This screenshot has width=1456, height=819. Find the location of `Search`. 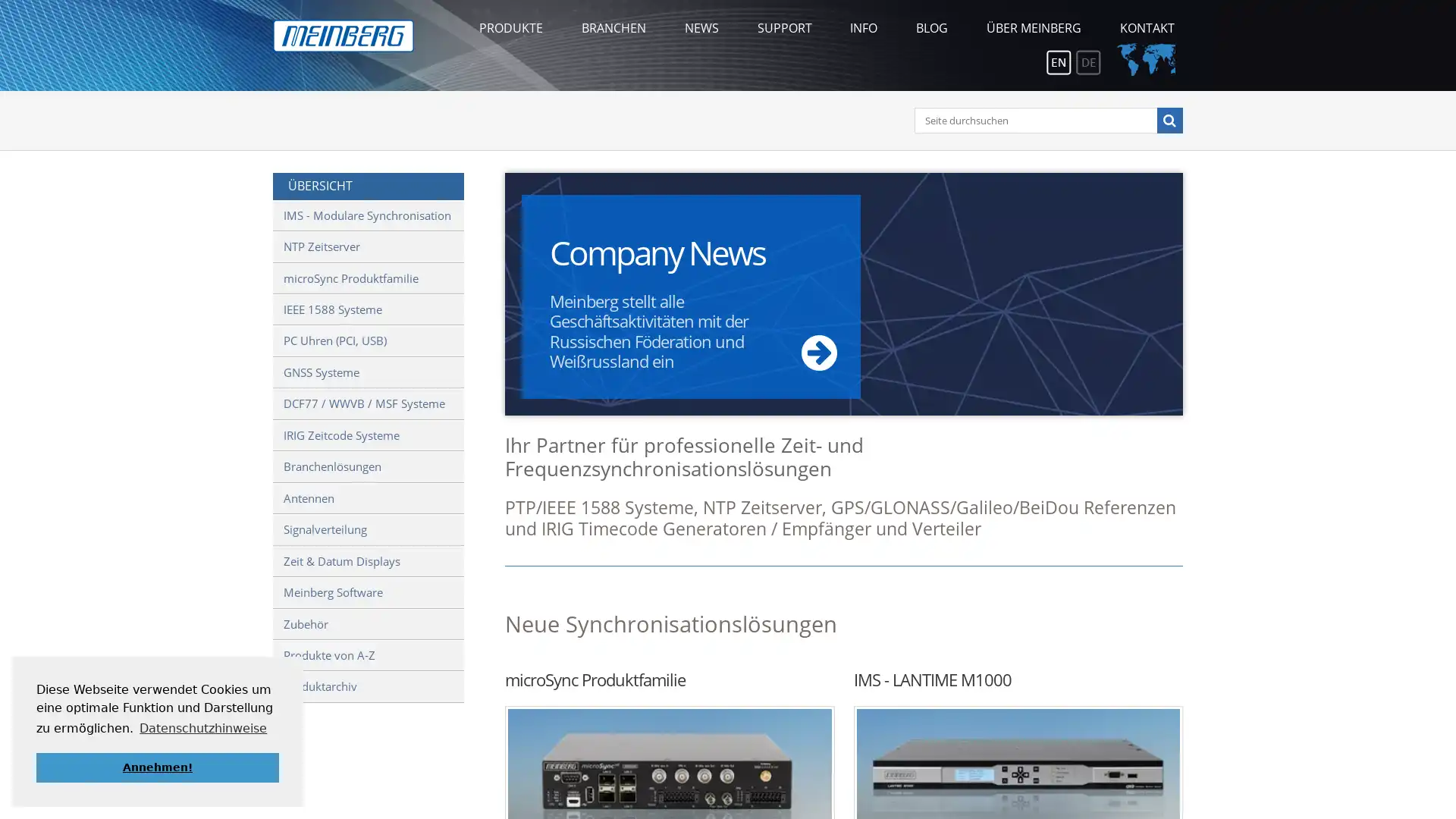

Search is located at coordinates (1168, 119).